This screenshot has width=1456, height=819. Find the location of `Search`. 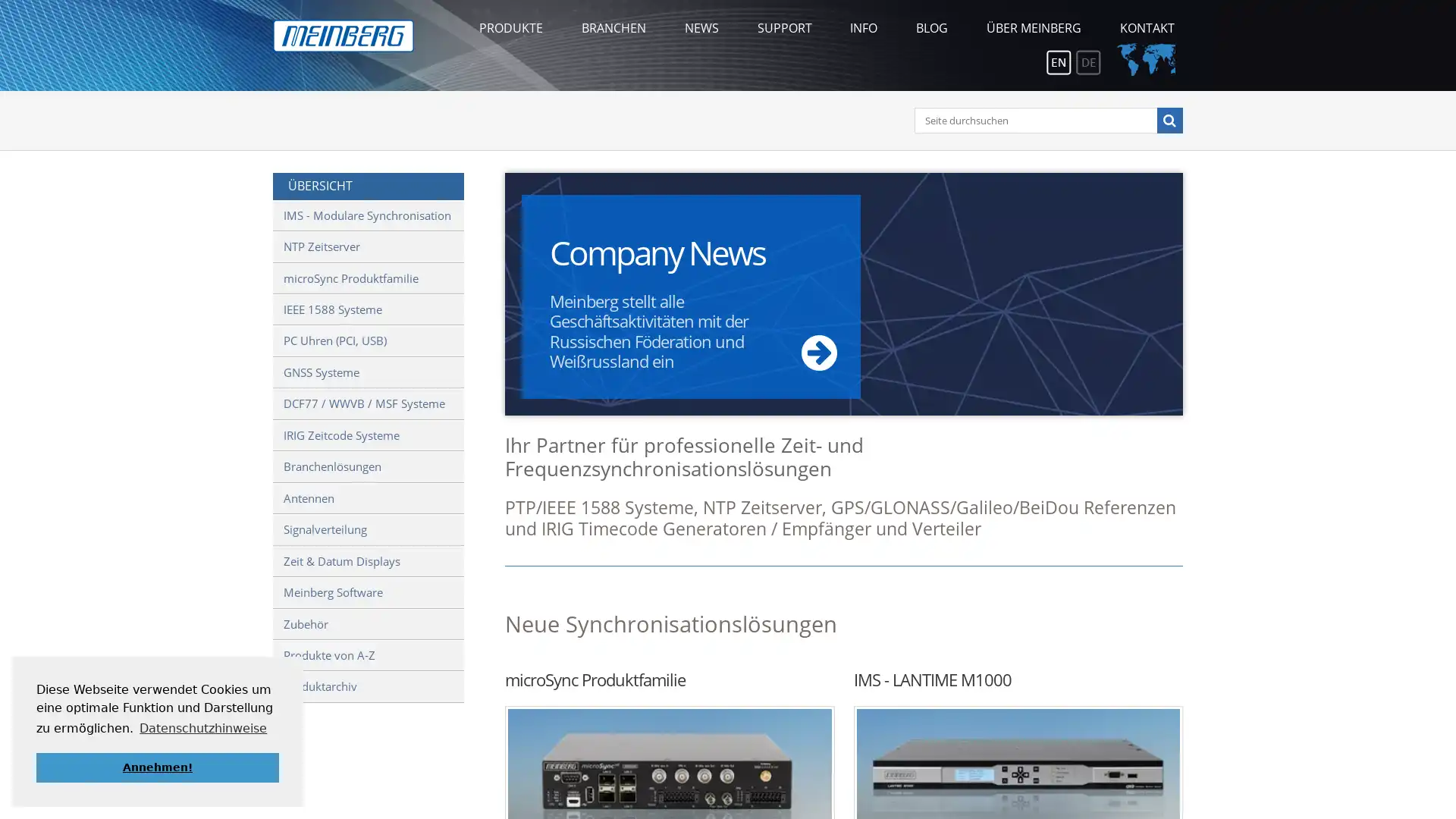

Search is located at coordinates (1168, 119).